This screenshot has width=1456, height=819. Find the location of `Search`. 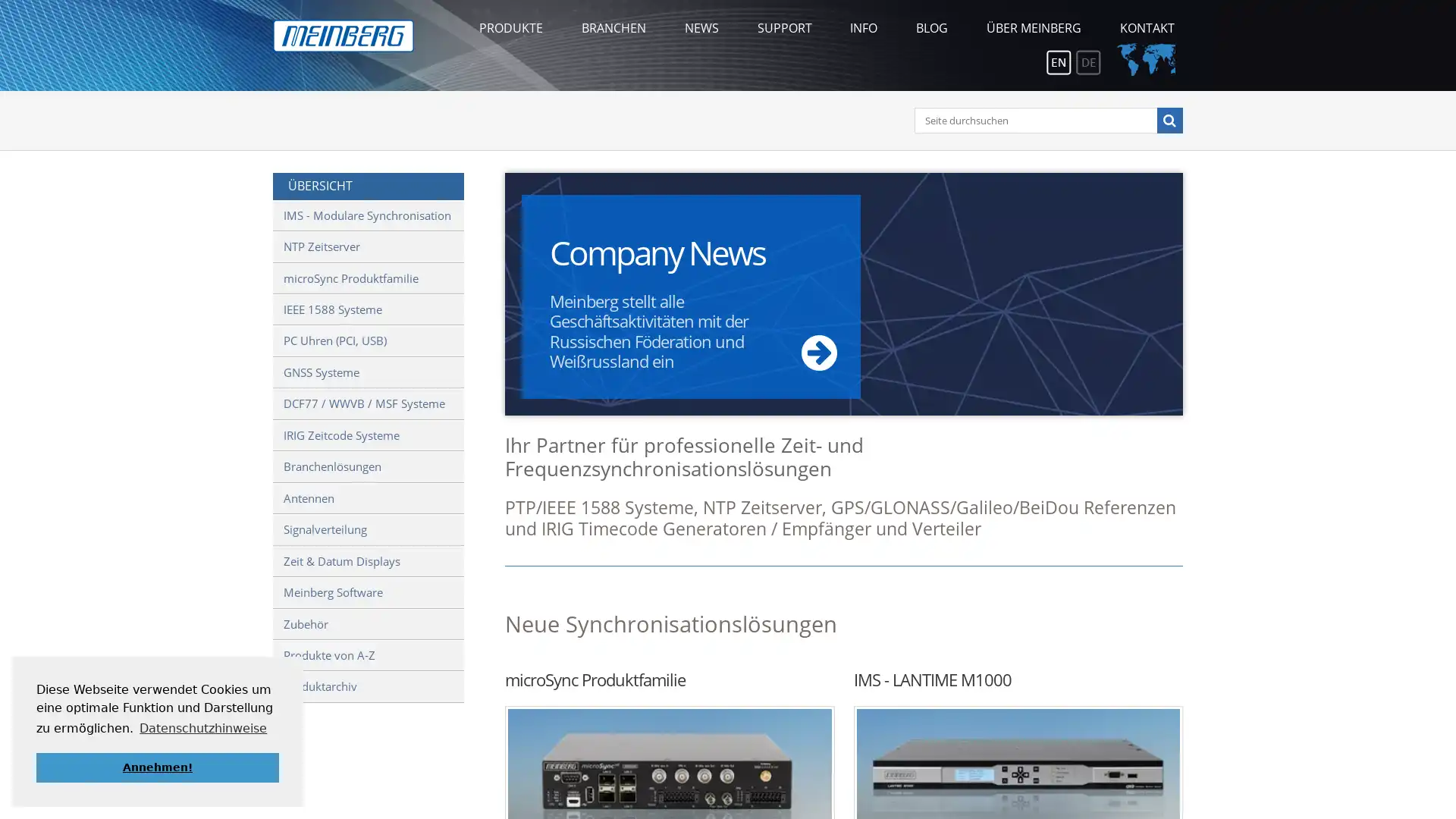

Search is located at coordinates (1168, 119).